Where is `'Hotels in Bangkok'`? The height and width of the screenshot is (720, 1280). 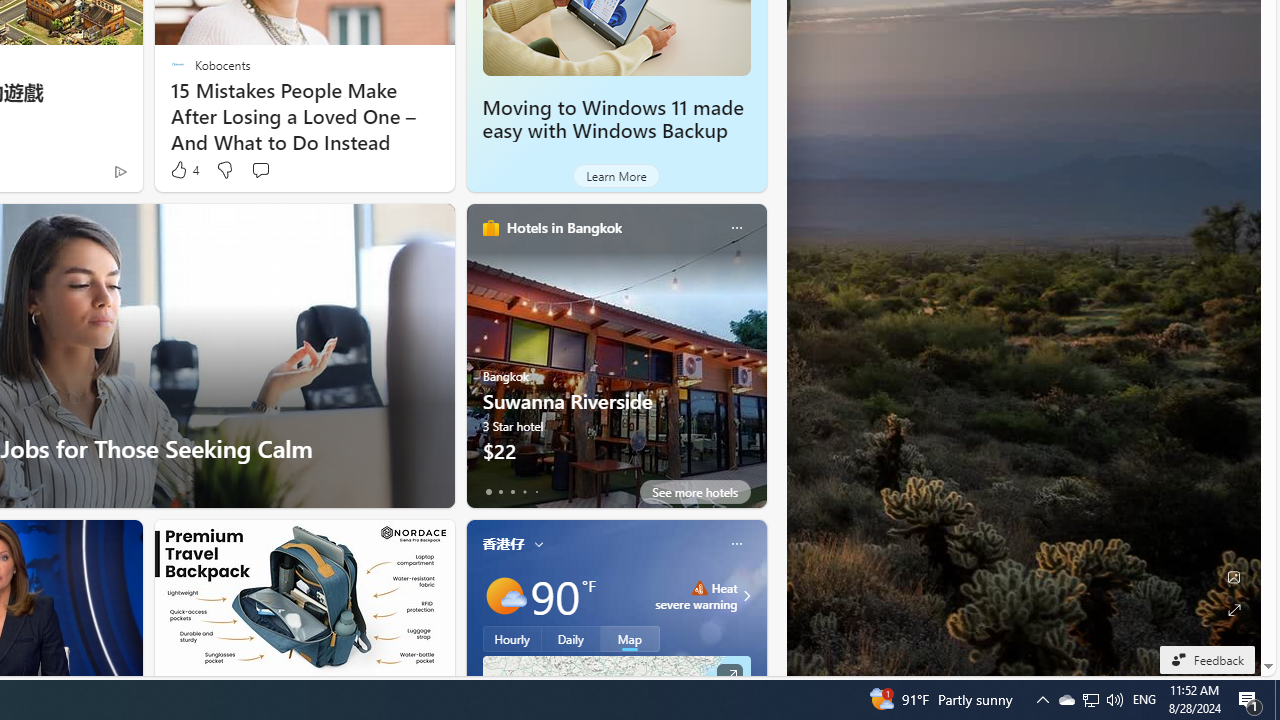 'Hotels in Bangkok' is located at coordinates (562, 226).